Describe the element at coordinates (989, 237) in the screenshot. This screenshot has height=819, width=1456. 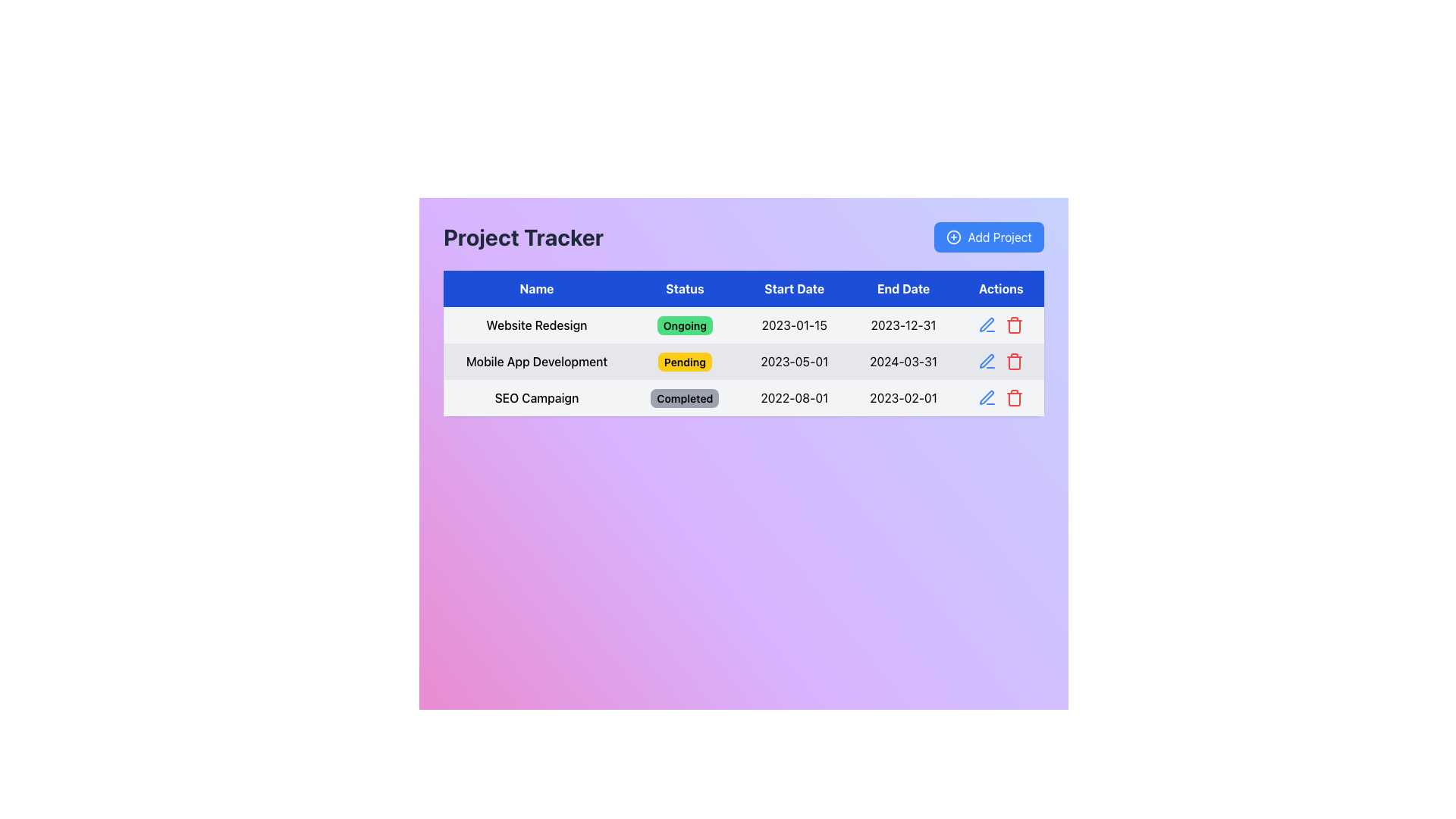
I see `the 'Add Project' button located in the top-right corner of the 'Project Tracker' section to indicate interaction` at that location.